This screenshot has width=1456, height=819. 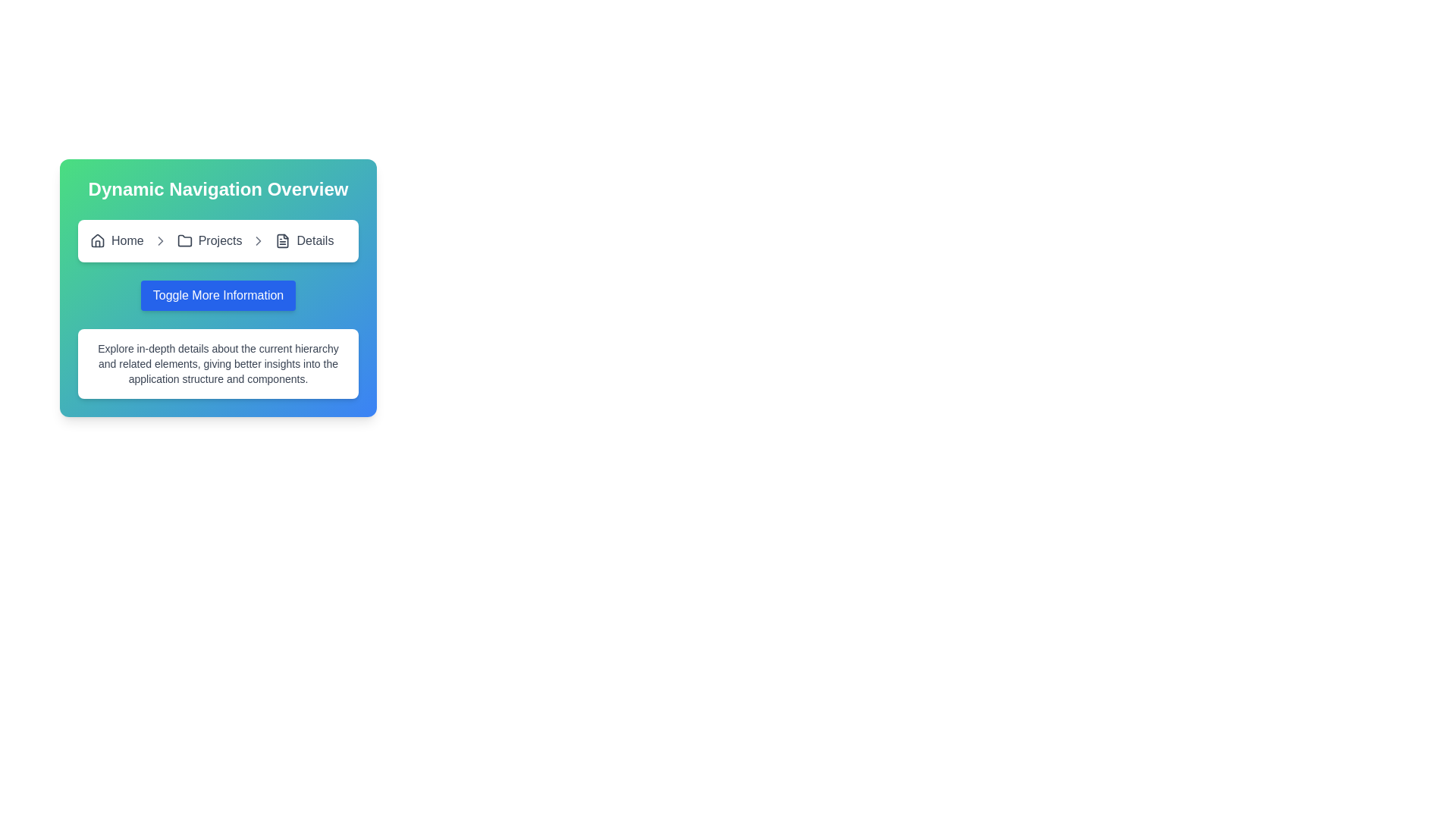 I want to click on the small document or file icon located to the left of the 'Details' text in the breadcrumb navigation bar, which is the third element in that navigation, so click(x=283, y=240).